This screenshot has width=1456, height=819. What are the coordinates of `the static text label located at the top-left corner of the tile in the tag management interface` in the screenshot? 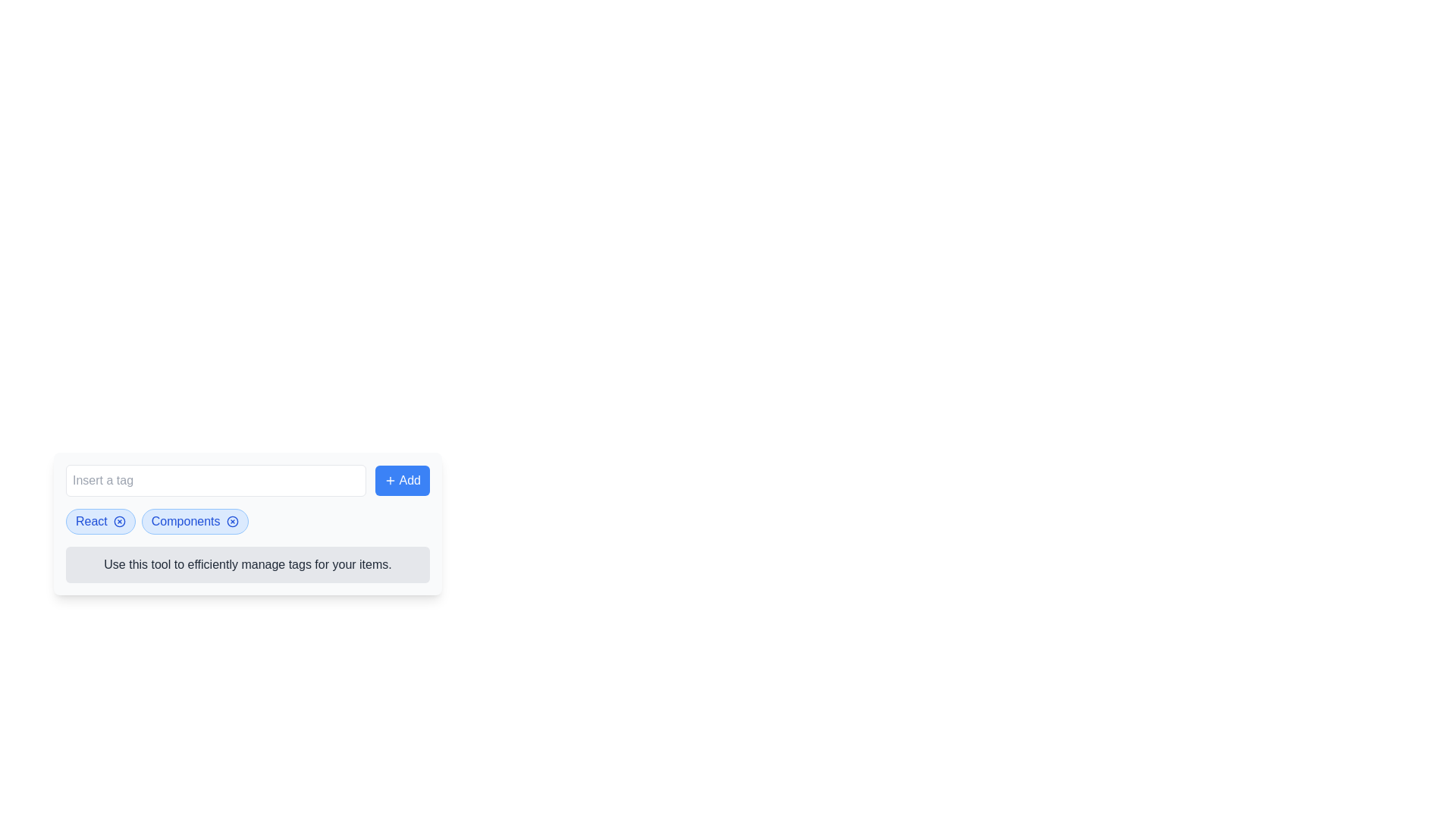 It's located at (90, 520).